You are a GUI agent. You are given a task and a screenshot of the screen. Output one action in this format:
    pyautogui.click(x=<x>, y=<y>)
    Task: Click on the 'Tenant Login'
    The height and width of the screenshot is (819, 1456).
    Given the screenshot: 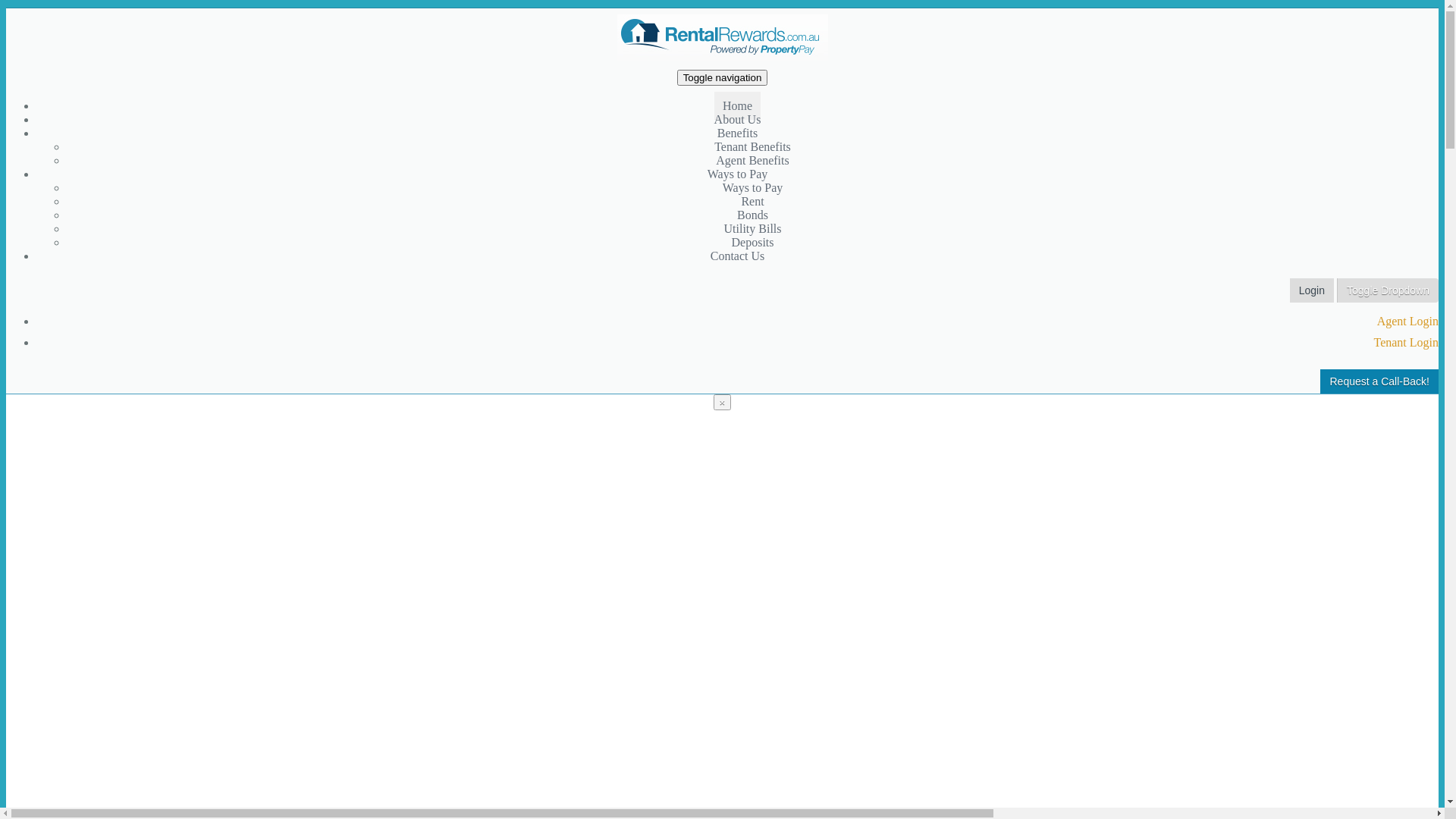 What is the action you would take?
    pyautogui.click(x=1373, y=342)
    